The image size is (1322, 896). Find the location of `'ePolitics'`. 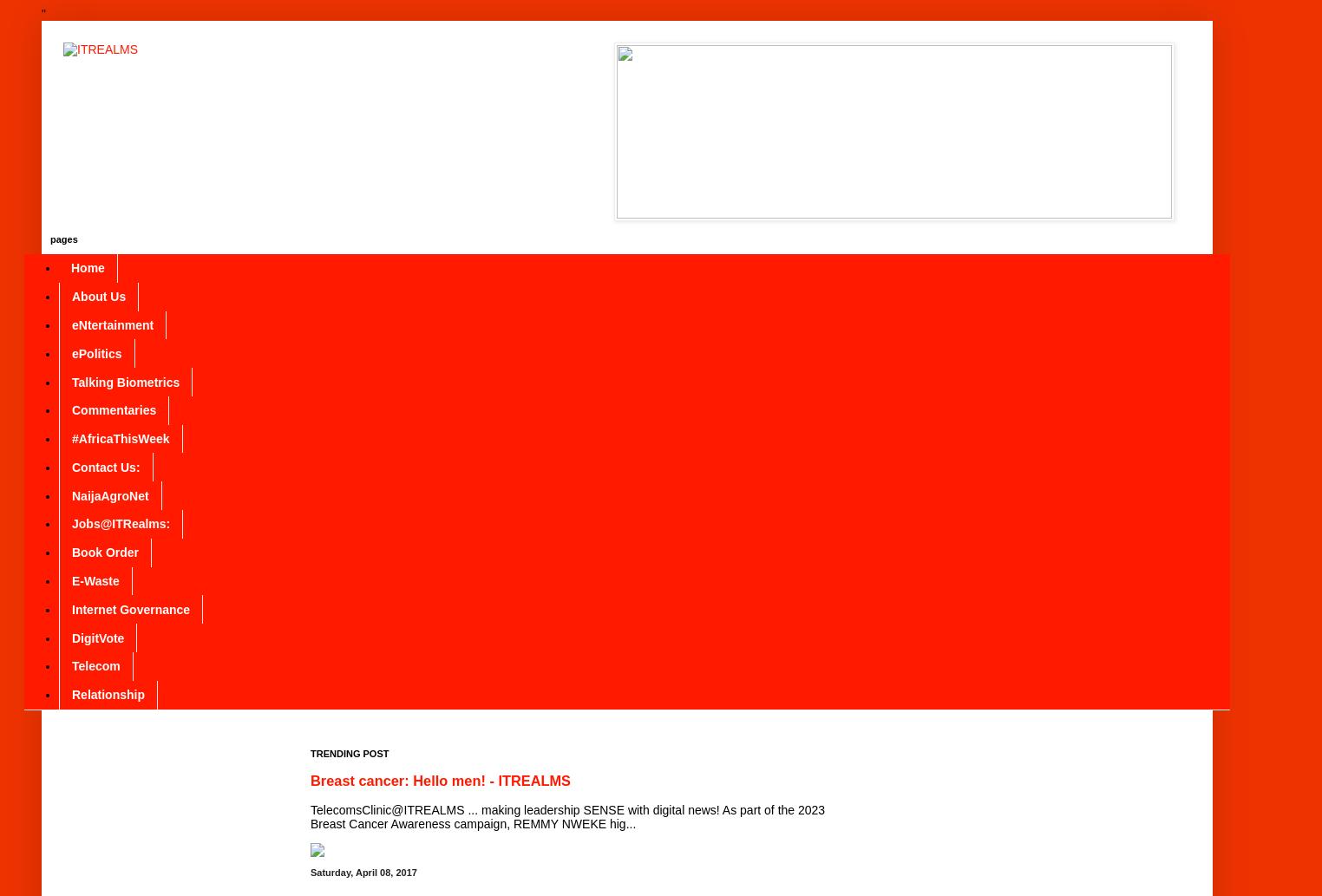

'ePolitics' is located at coordinates (96, 353).